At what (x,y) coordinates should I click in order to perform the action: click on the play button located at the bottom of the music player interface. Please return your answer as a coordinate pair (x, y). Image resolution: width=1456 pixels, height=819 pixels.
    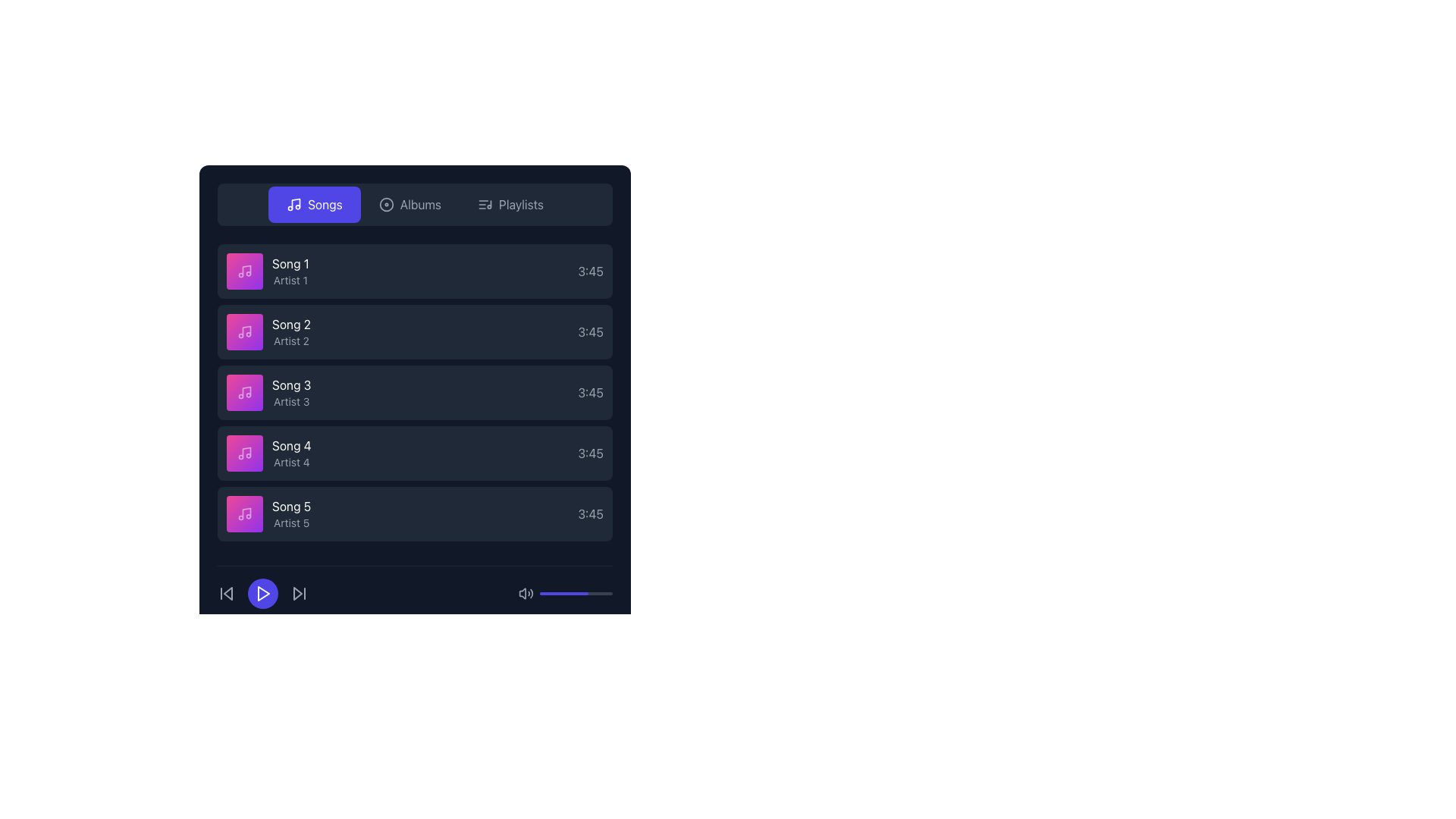
    Looking at the image, I should click on (262, 593).